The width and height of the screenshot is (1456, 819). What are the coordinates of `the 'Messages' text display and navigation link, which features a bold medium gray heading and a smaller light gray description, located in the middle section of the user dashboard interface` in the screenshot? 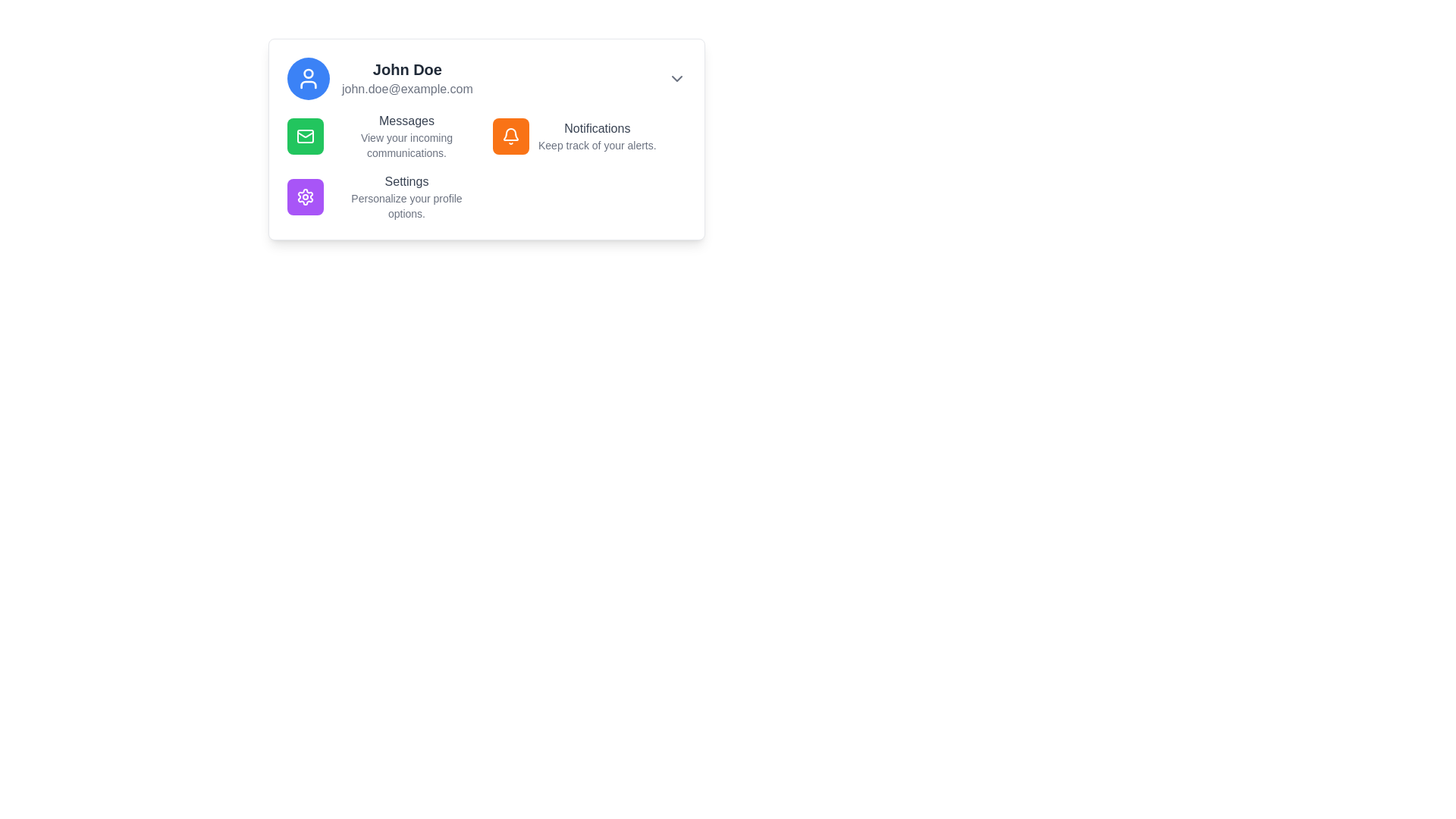 It's located at (406, 136).